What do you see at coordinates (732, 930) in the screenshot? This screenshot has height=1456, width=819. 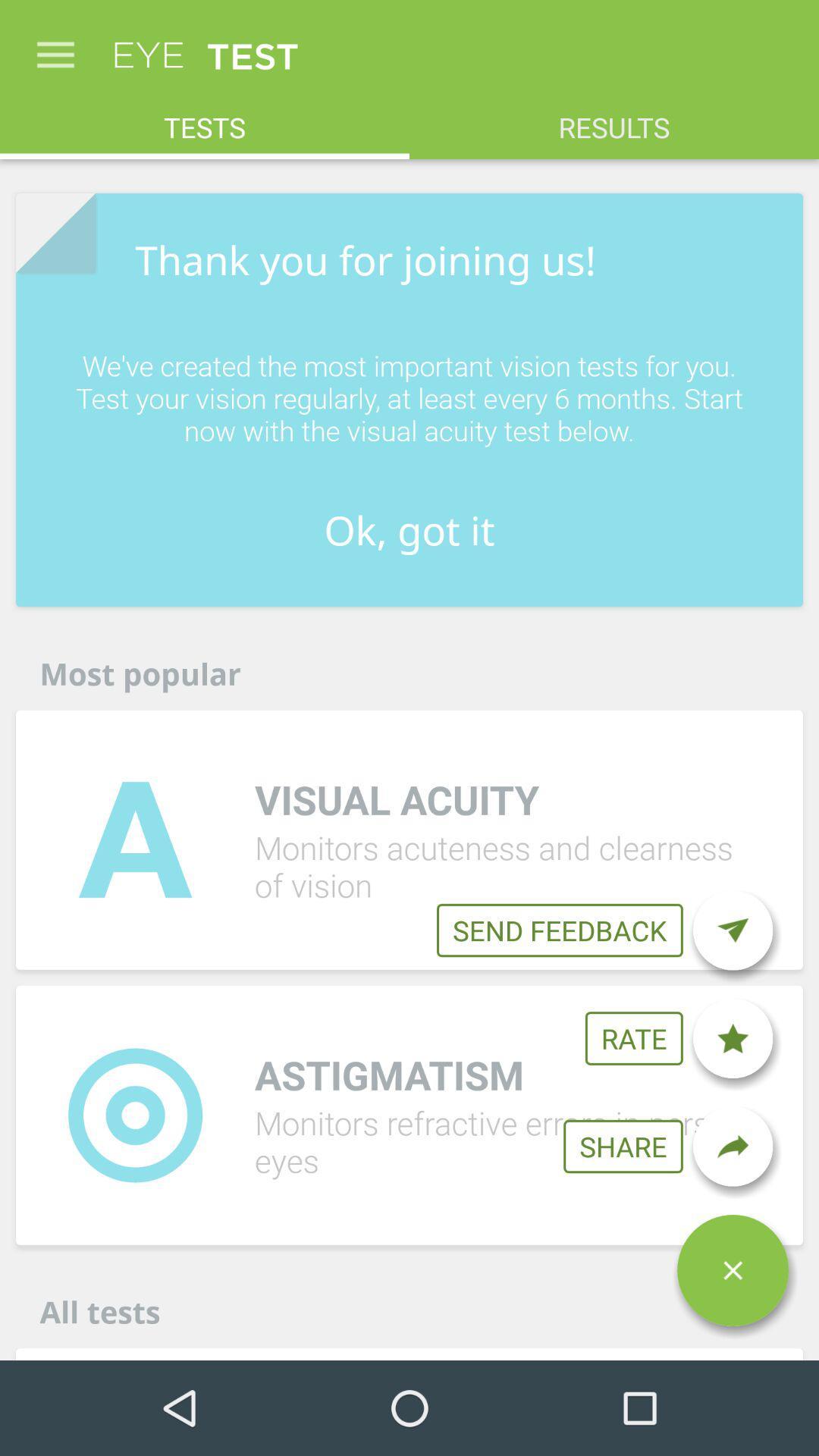 I see `send a feedback` at bounding box center [732, 930].